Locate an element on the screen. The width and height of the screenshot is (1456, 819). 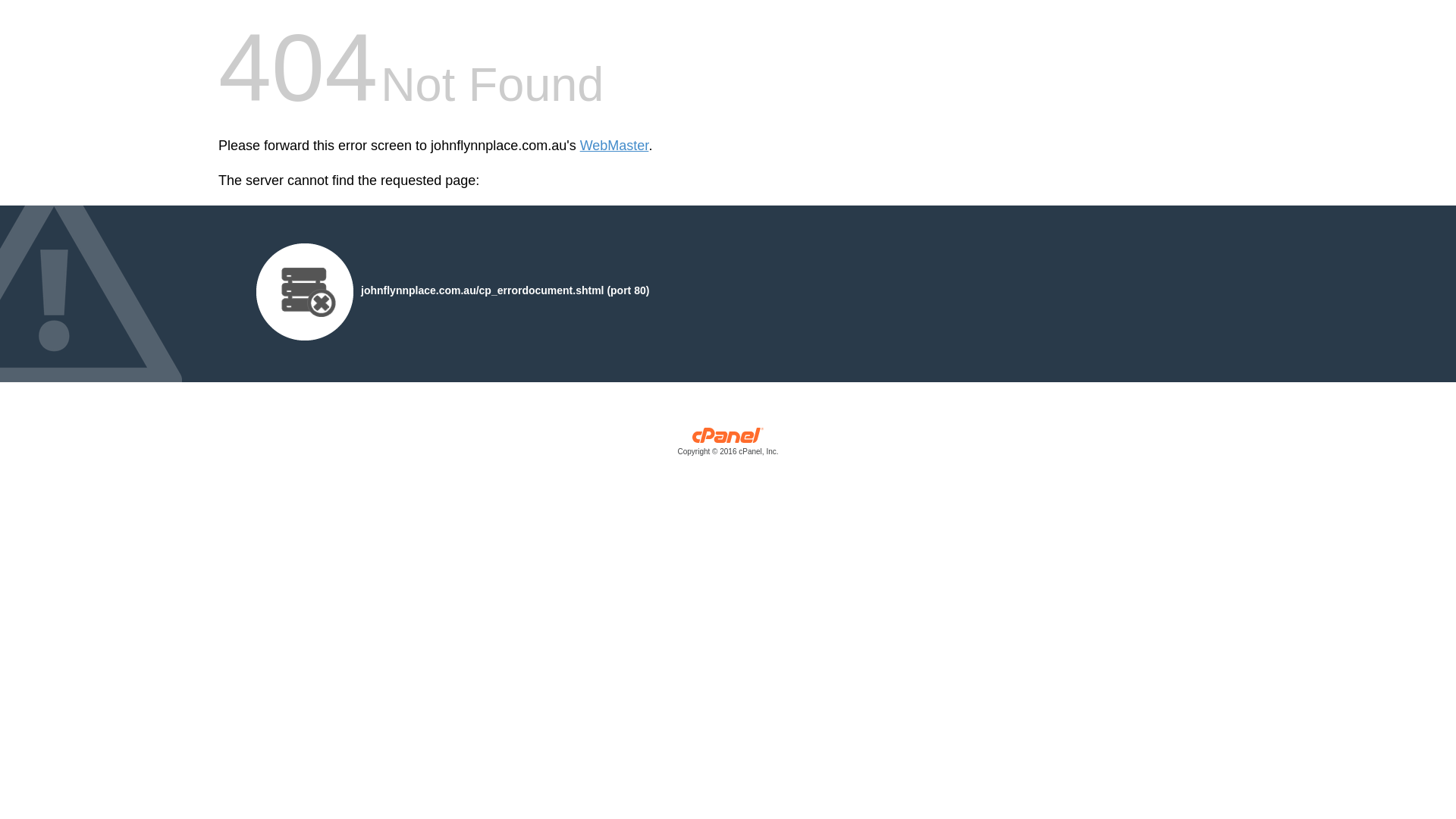
'WebMaster' is located at coordinates (579, 146).